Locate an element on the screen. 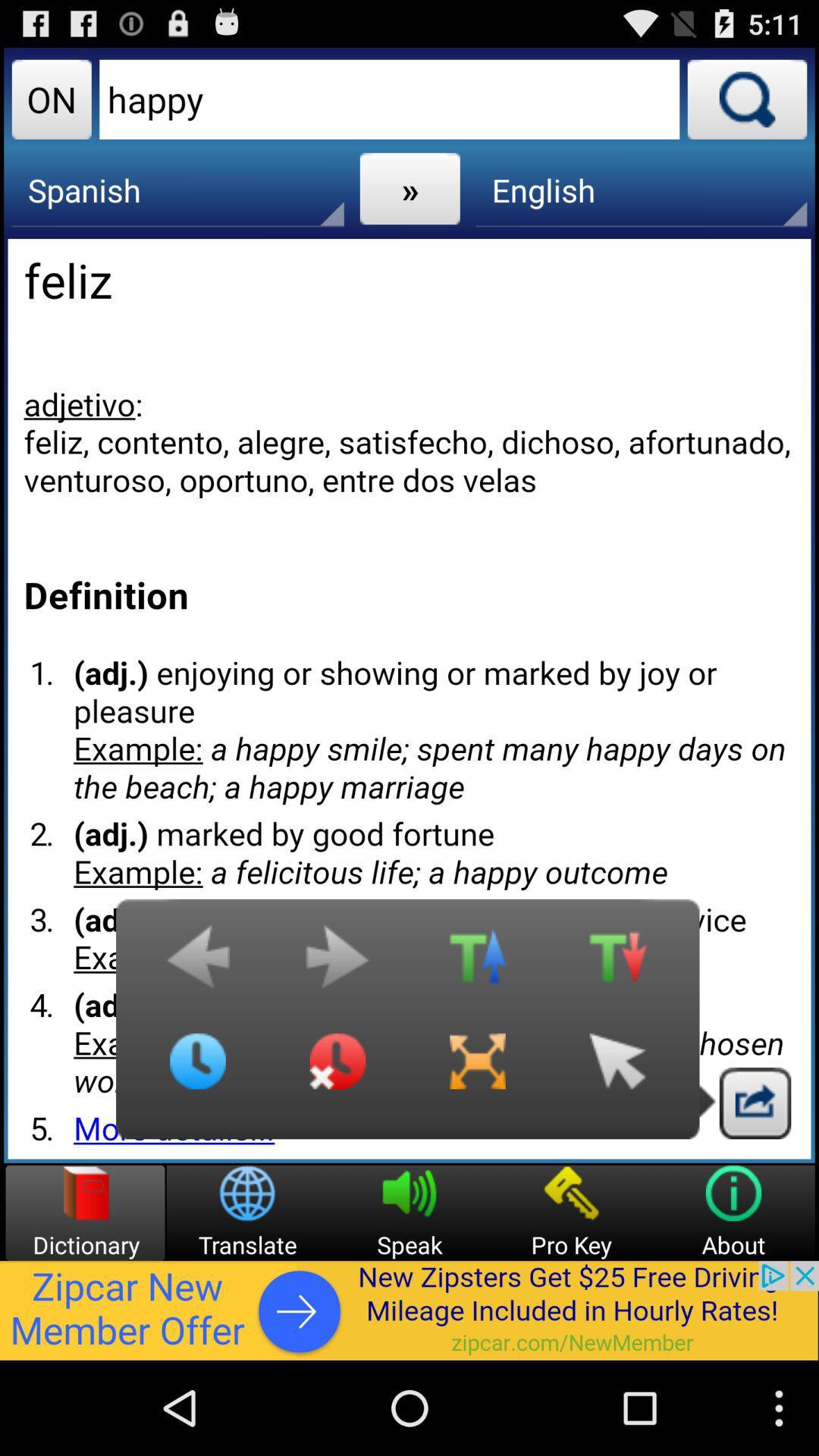 Image resolution: width=819 pixels, height=1456 pixels. time icon is located at coordinates (337, 1072).